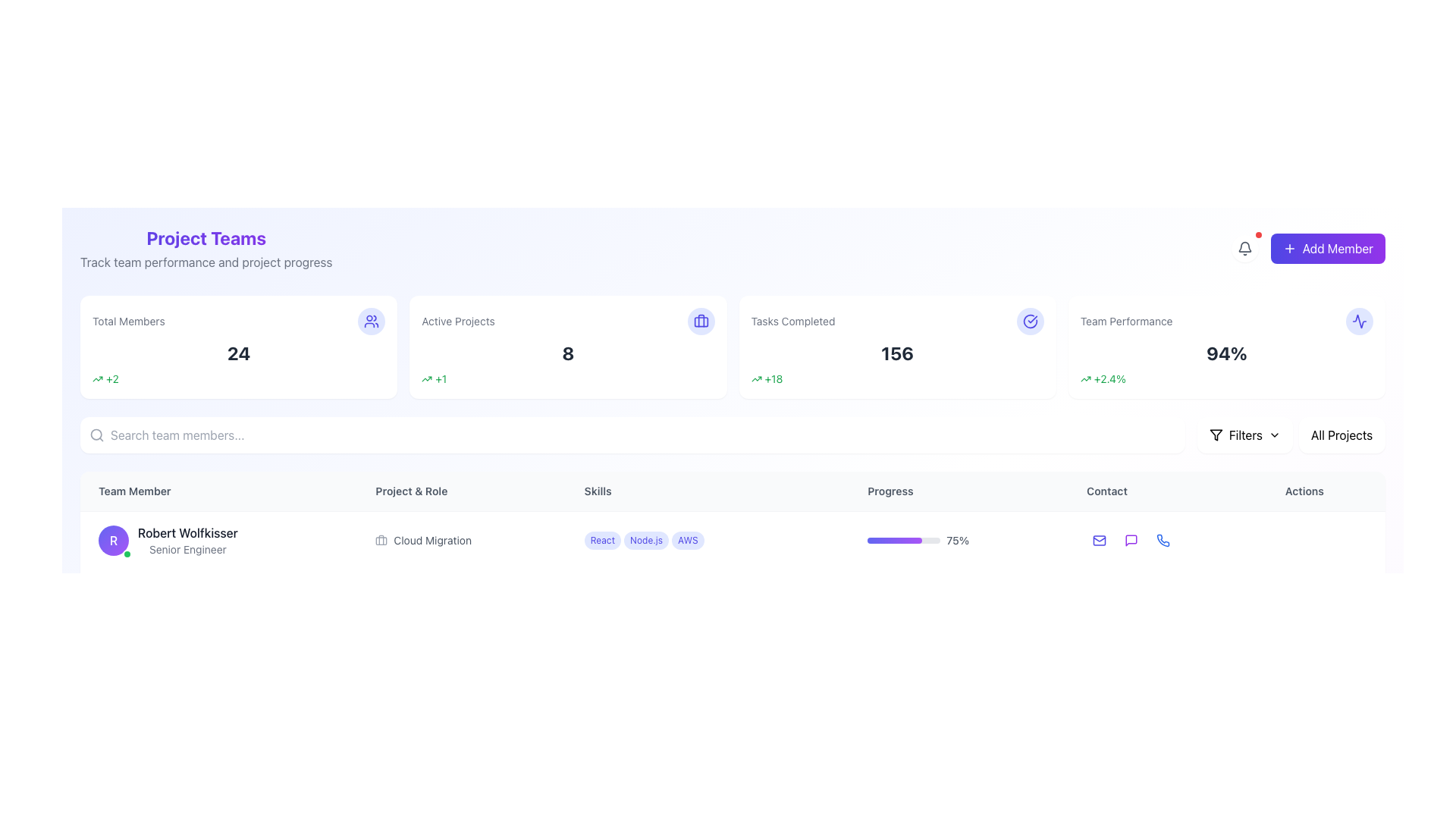  Describe the element at coordinates (1307, 247) in the screenshot. I see `the button used to add a new member to the project team, located` at that location.